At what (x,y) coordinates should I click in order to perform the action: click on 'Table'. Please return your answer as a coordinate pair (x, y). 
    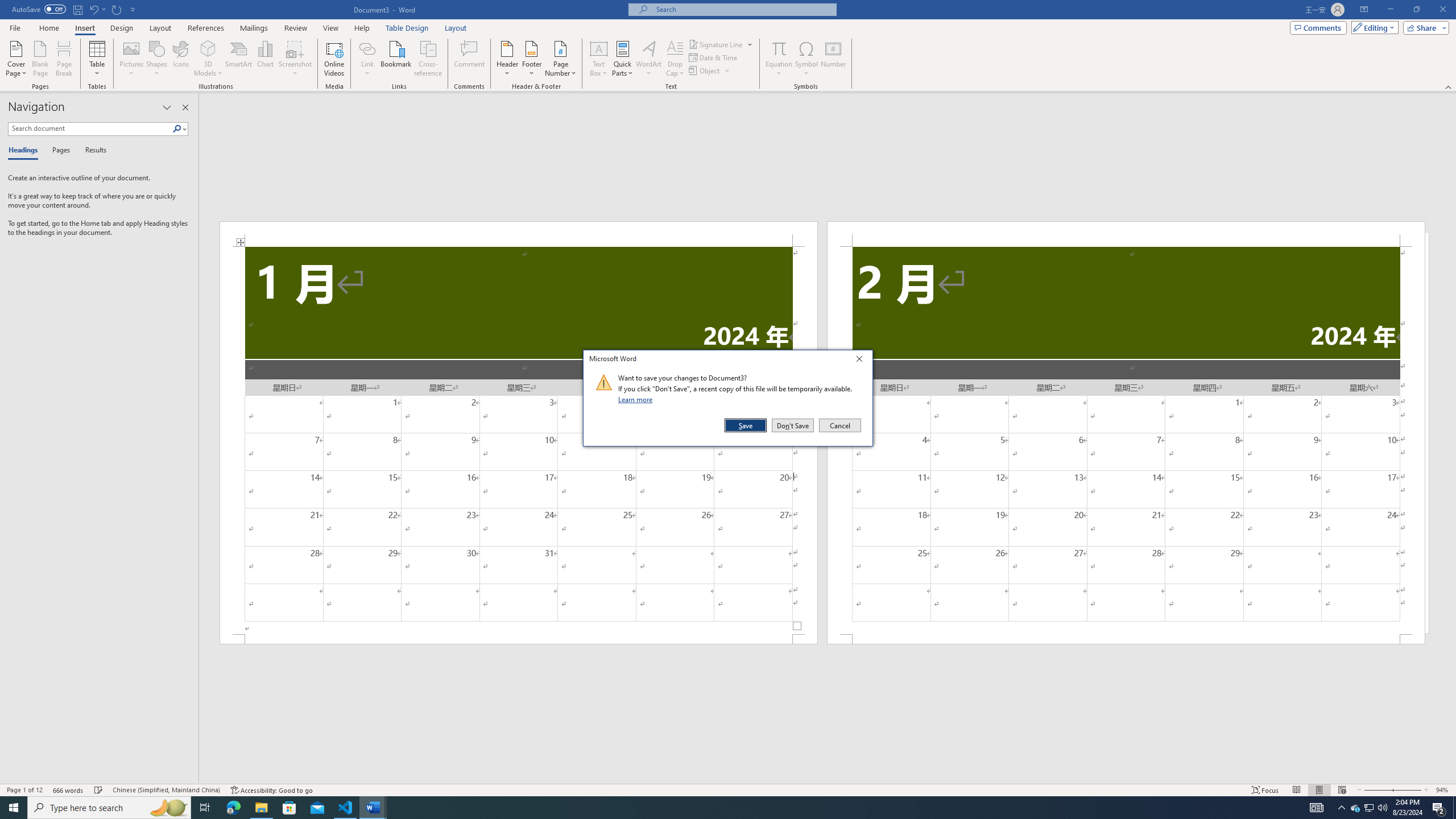
    Looking at the image, I should click on (97, 59).